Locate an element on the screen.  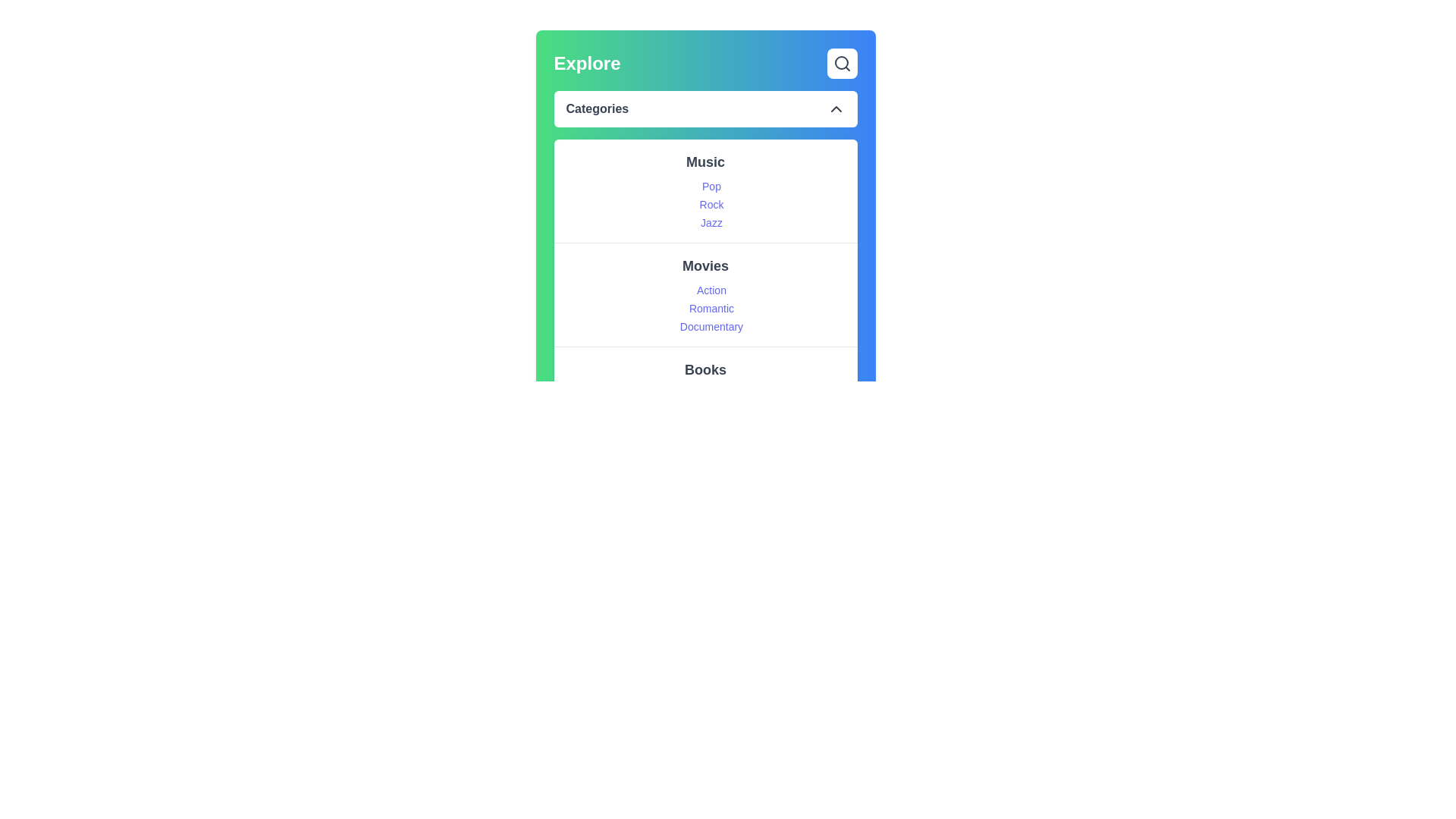
the indigo-colored text label reading 'Rock' in the vertical list under the 'Music' category is located at coordinates (711, 205).